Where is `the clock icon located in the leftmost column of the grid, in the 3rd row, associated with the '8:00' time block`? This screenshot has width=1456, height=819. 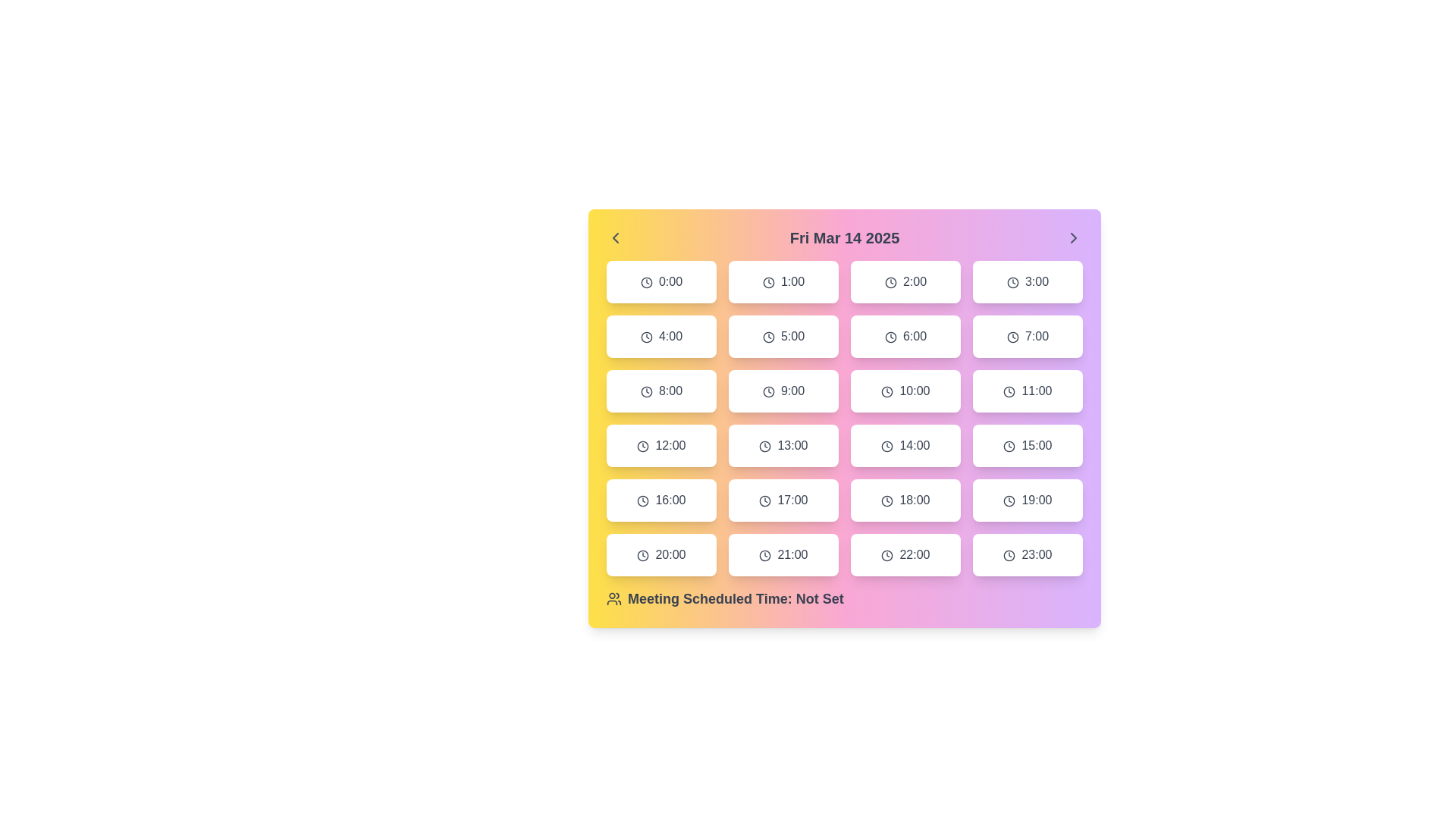 the clock icon located in the leftmost column of the grid, in the 3rd row, associated with the '8:00' time block is located at coordinates (646, 391).